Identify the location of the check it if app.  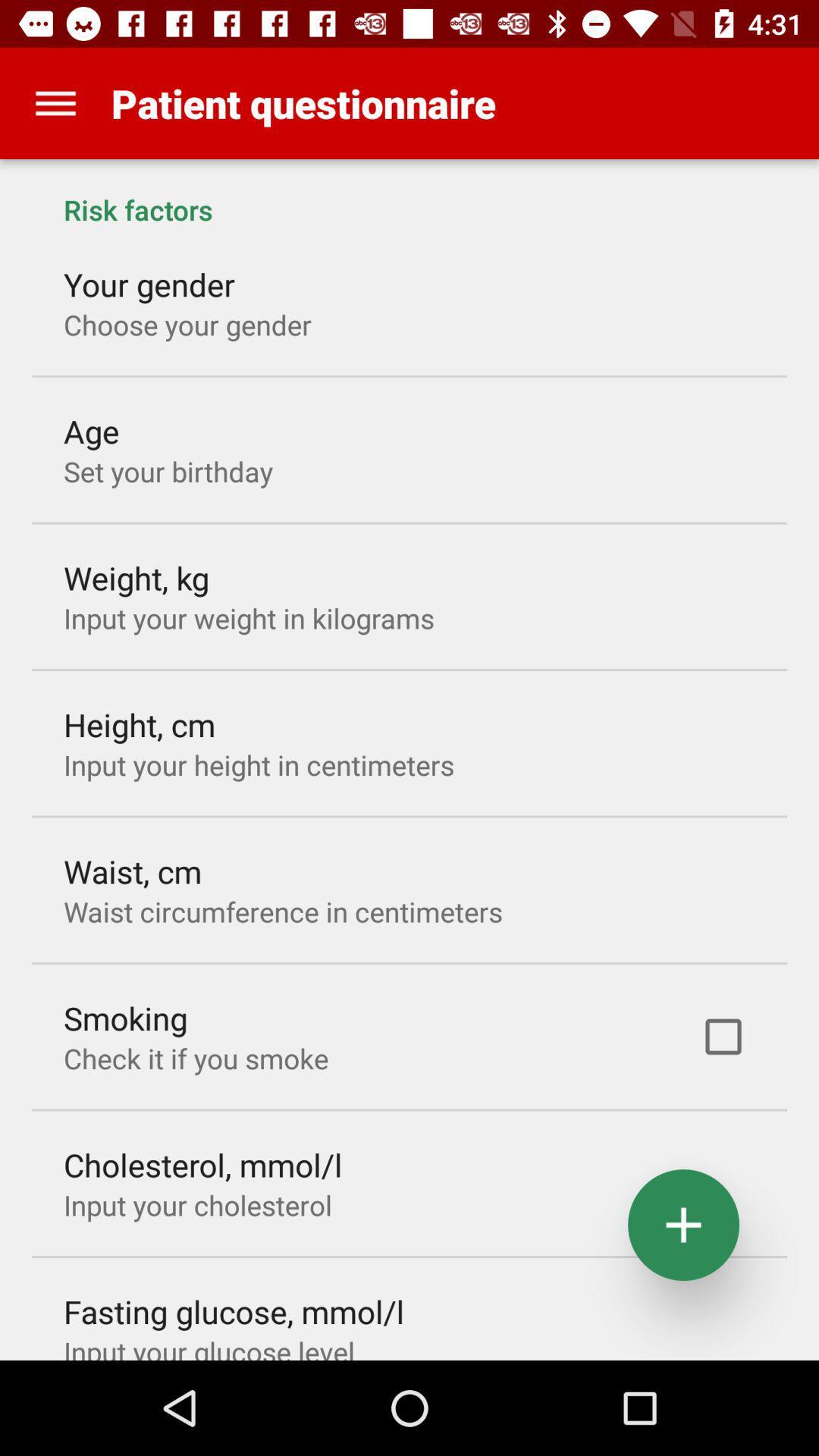
(195, 1057).